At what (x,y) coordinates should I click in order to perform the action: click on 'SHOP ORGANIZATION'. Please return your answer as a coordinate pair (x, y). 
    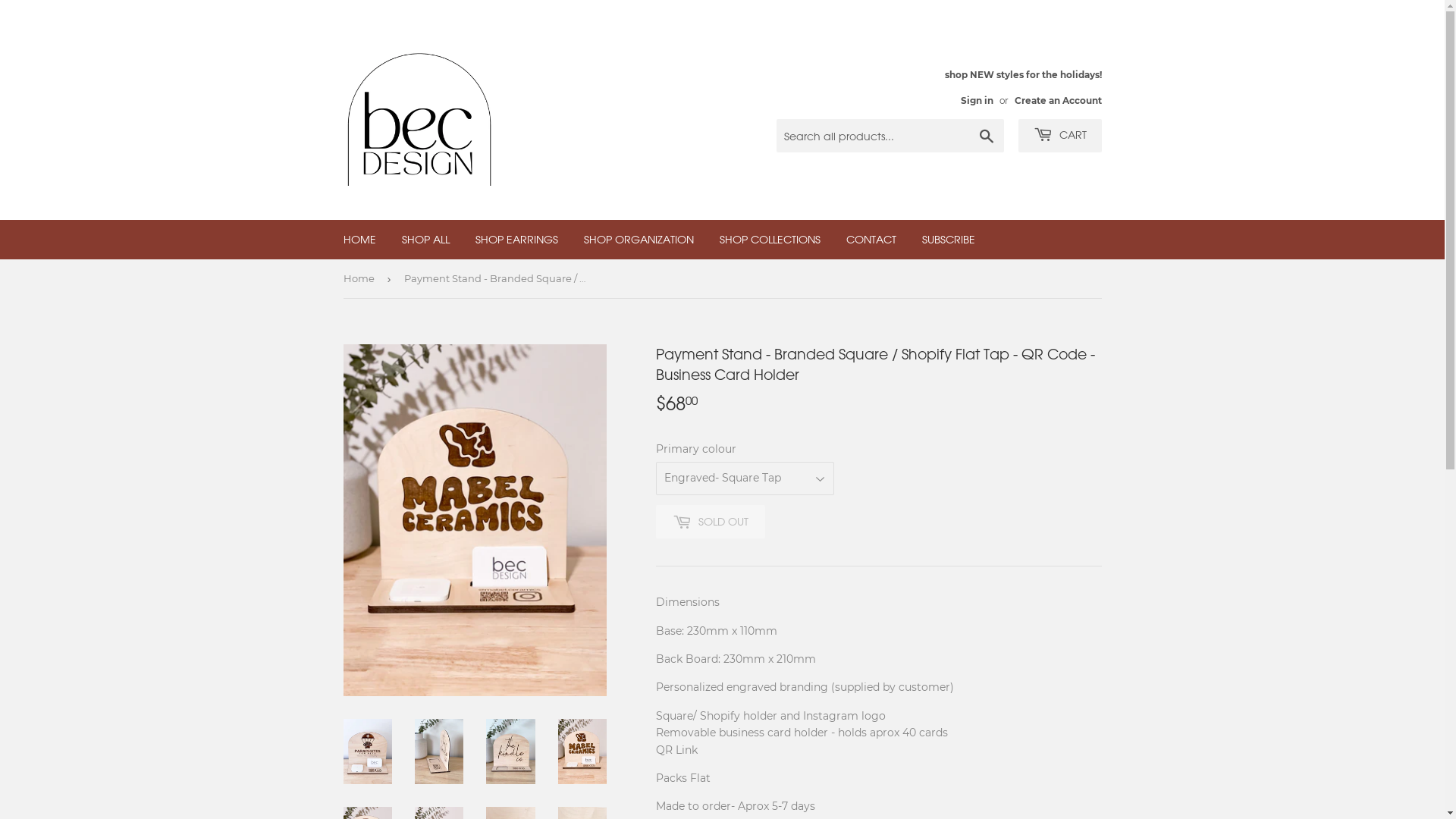
    Looking at the image, I should click on (570, 239).